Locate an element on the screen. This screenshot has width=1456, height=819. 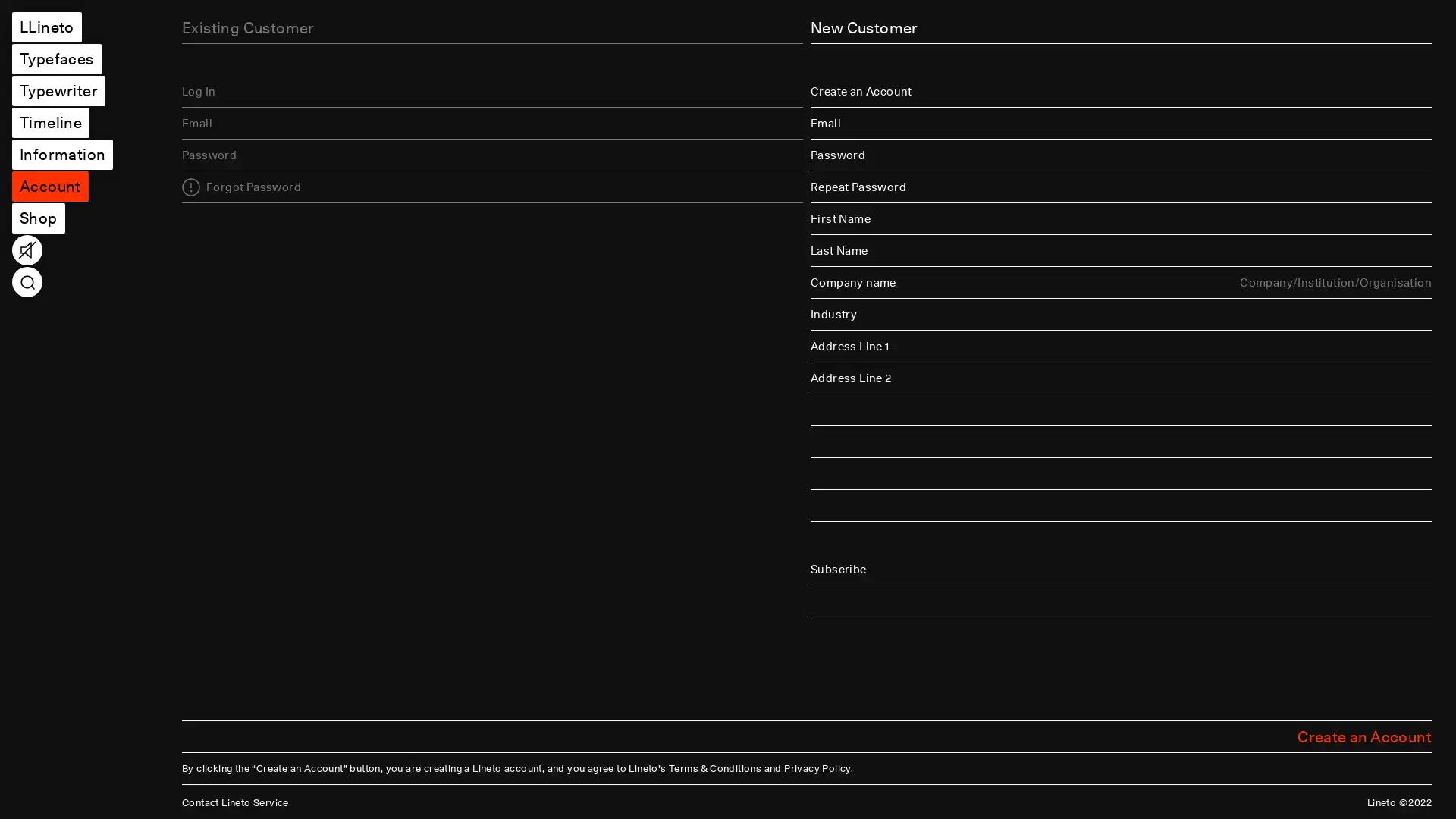
LLineto is located at coordinates (46, 27).